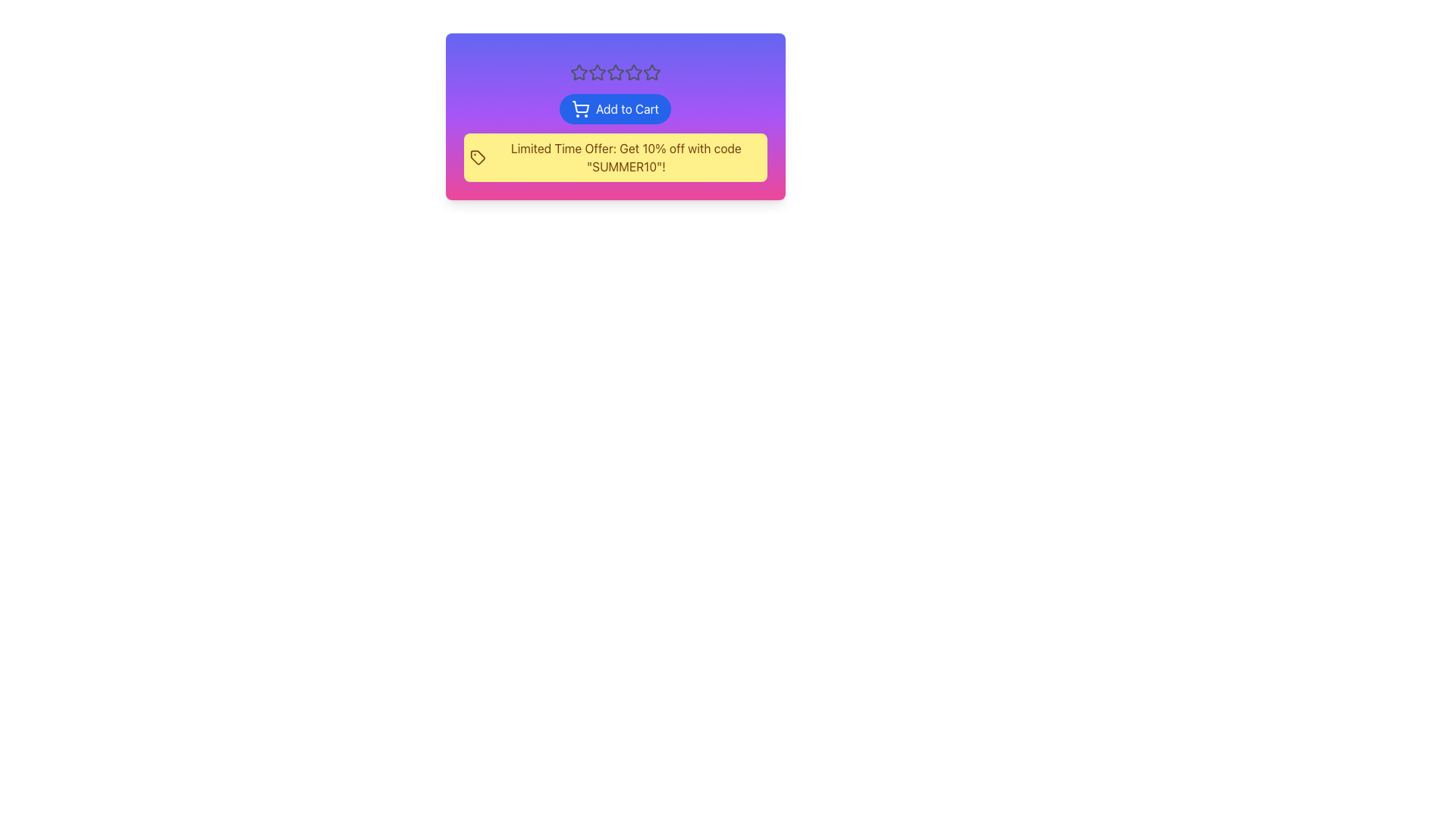 This screenshot has width=1456, height=819. What do you see at coordinates (651, 73) in the screenshot?
I see `the fifth gray outlined star icon in the rating system located at the top area of the interface` at bounding box center [651, 73].